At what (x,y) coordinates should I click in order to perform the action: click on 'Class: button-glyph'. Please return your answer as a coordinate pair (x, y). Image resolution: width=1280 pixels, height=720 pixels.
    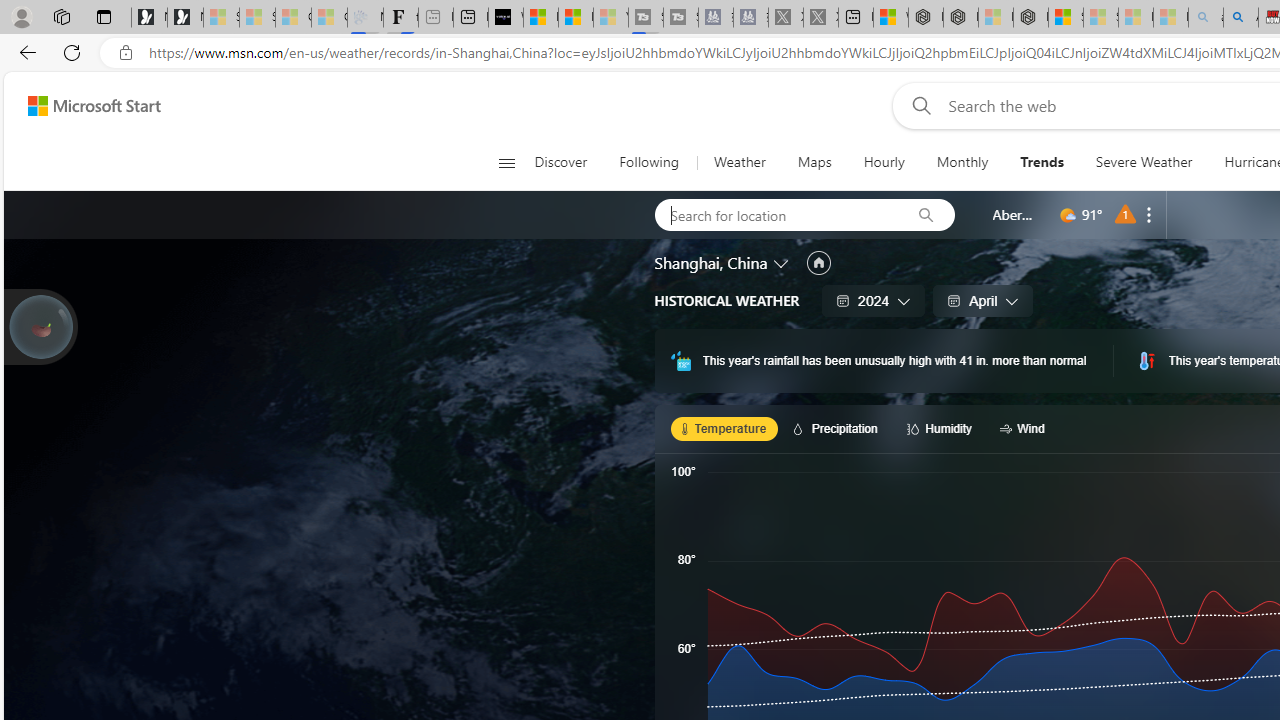
    Looking at the image, I should click on (506, 162).